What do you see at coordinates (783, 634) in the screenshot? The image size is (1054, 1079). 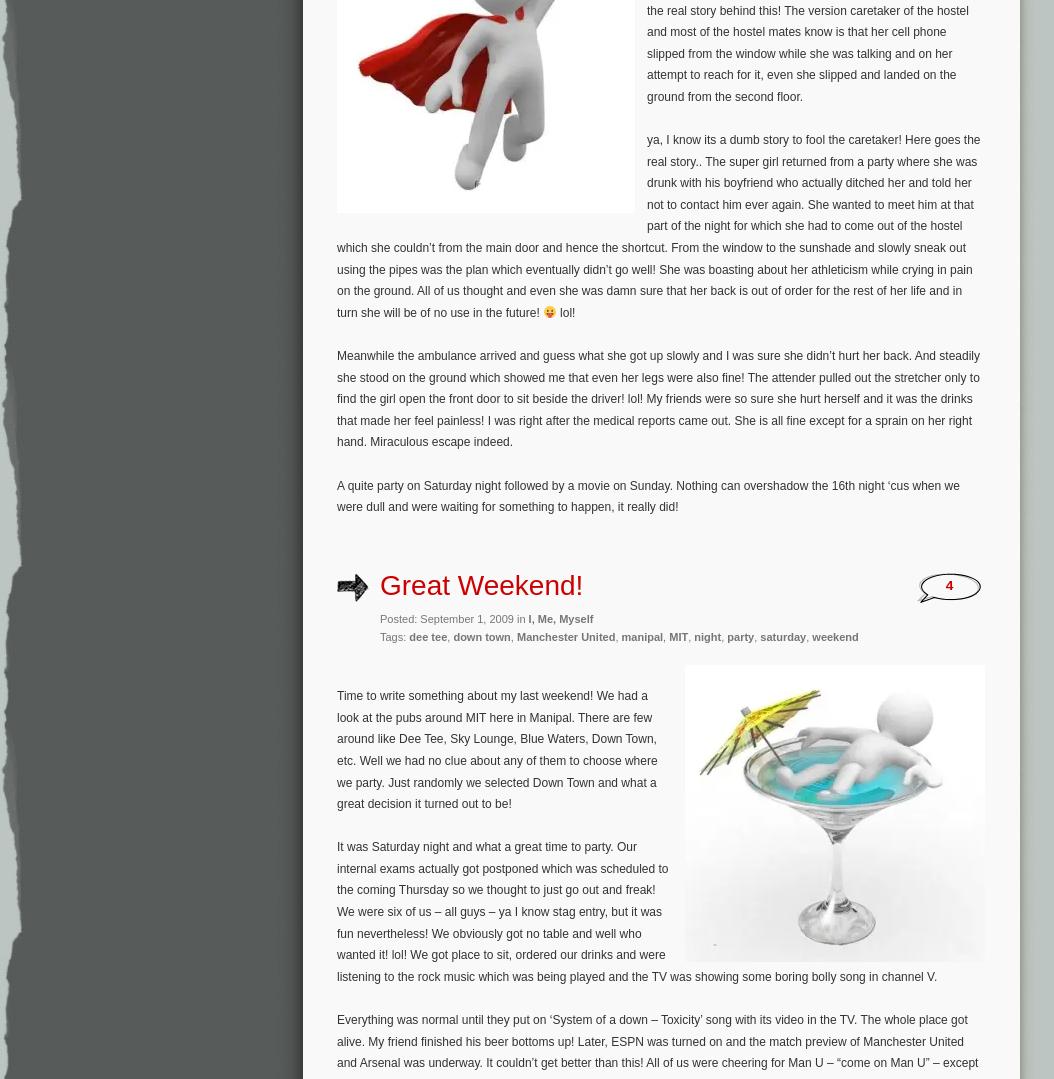 I see `'saturday'` at bounding box center [783, 634].